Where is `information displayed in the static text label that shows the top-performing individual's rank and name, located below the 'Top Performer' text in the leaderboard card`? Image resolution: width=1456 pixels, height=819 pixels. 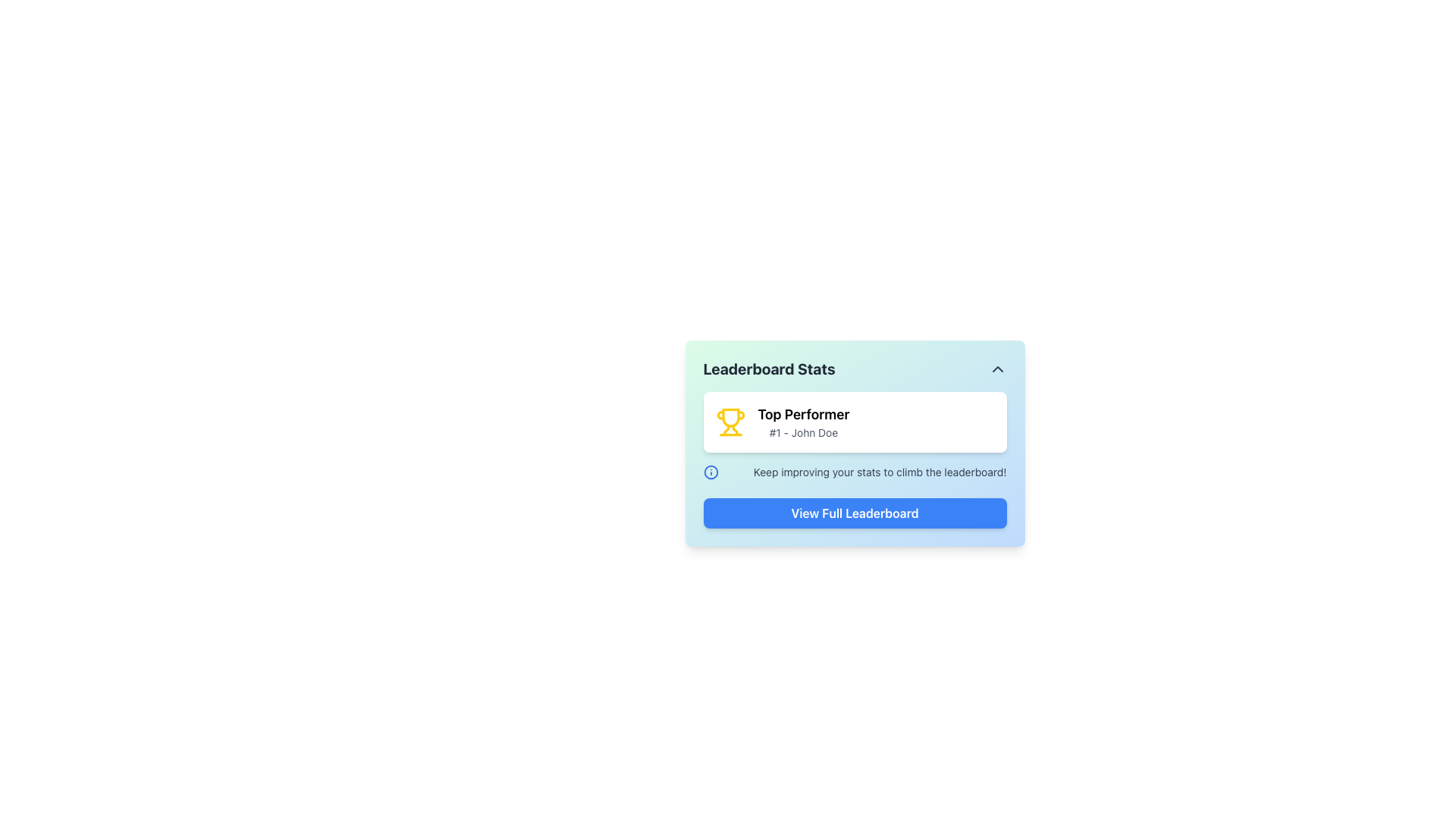
information displayed in the static text label that shows the top-performing individual's rank and name, located below the 'Top Performer' text in the leaderboard card is located at coordinates (803, 432).